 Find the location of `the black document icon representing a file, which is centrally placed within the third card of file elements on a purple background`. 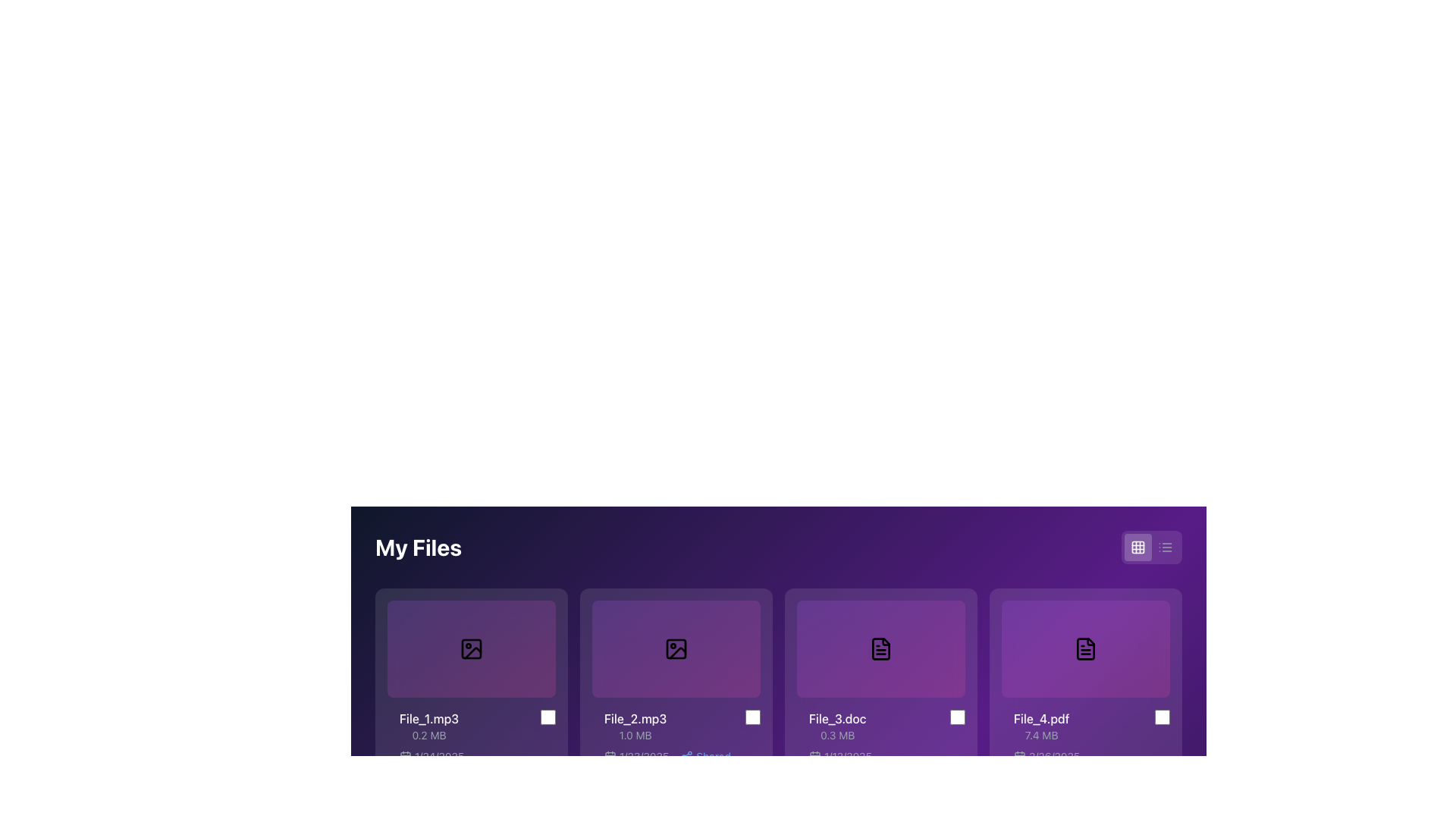

the black document icon representing a file, which is centrally placed within the third card of file elements on a purple background is located at coordinates (880, 648).